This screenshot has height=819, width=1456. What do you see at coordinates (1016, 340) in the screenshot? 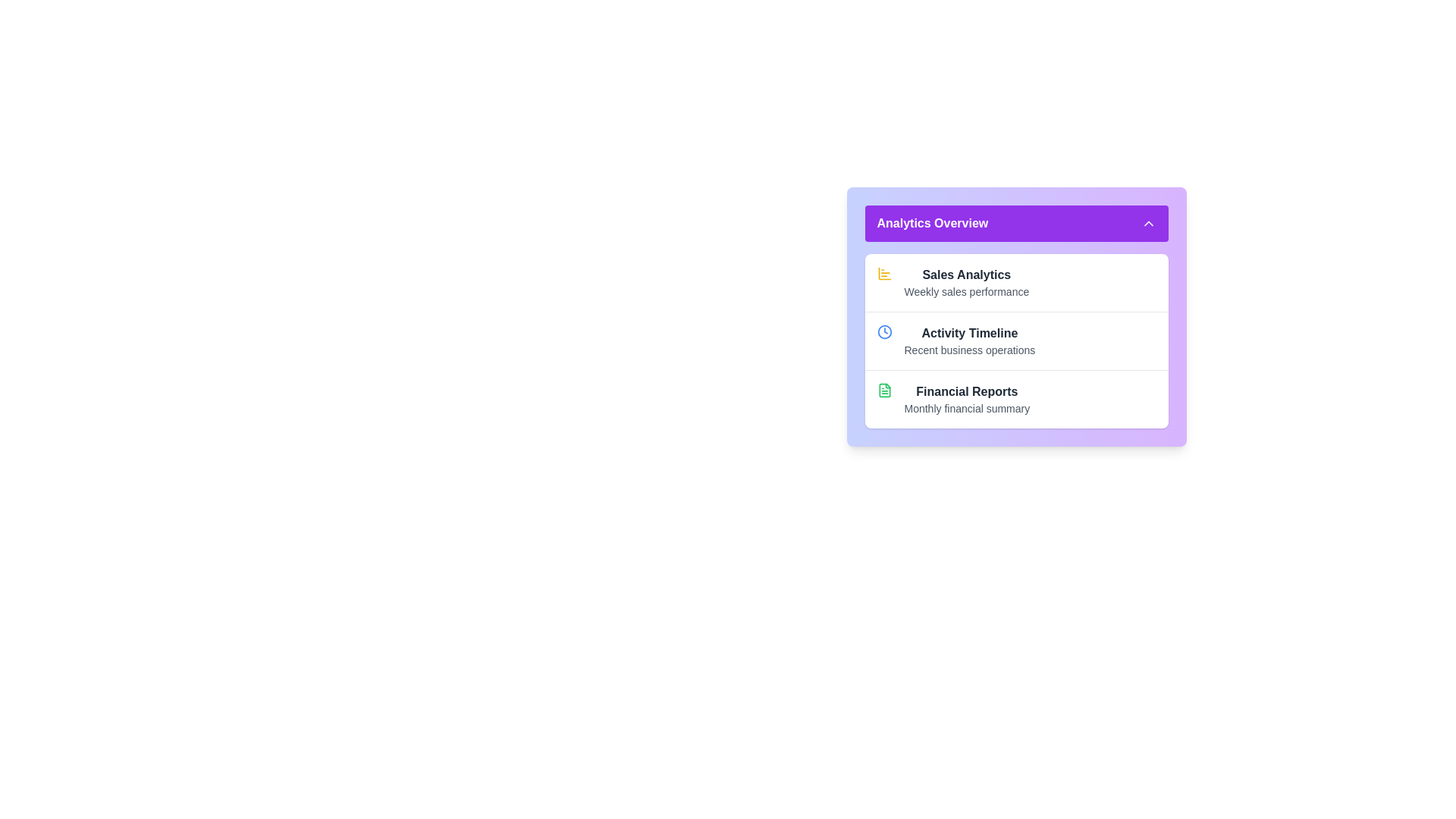
I see `the second entry in the vertical list of options, which represents a selectable item for recent business activities` at bounding box center [1016, 340].